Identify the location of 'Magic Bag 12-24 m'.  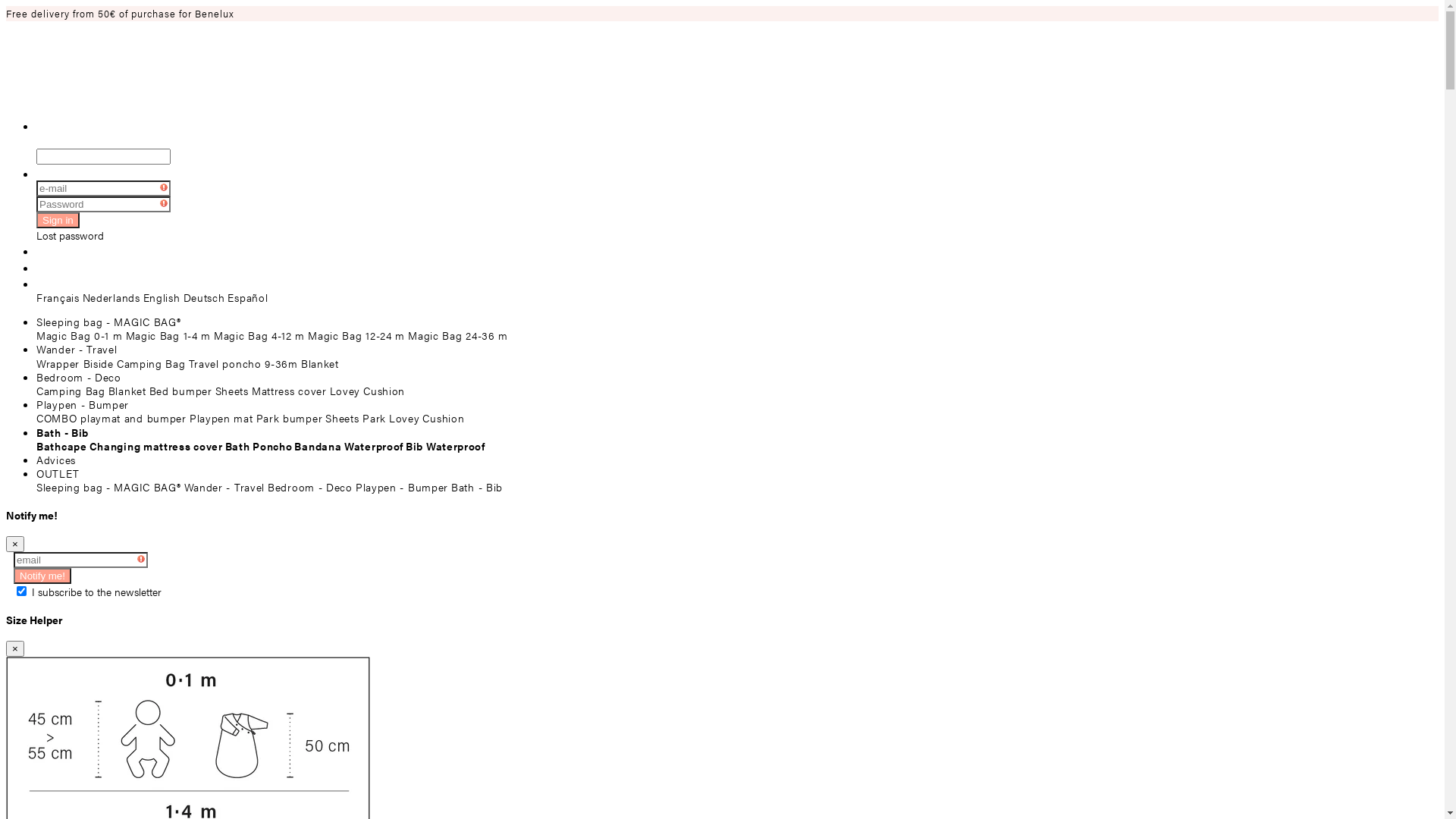
(356, 334).